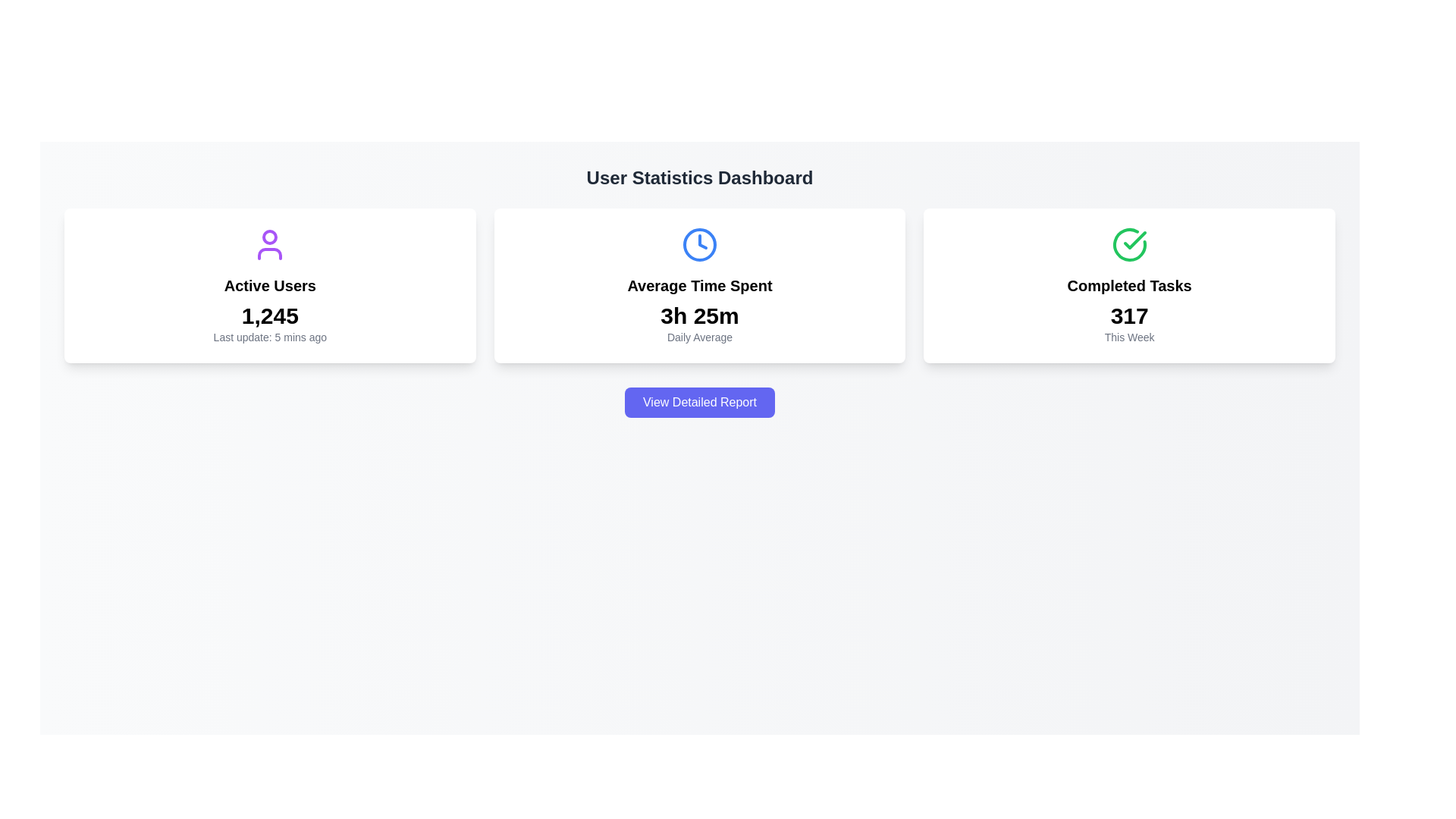 This screenshot has height=819, width=1456. Describe the element at coordinates (1129, 286) in the screenshot. I see `the 'Completed Tasks' text label, which is styled in a larger bold font and positioned above the number '317' in the rightmost card of a three-card layout` at that location.